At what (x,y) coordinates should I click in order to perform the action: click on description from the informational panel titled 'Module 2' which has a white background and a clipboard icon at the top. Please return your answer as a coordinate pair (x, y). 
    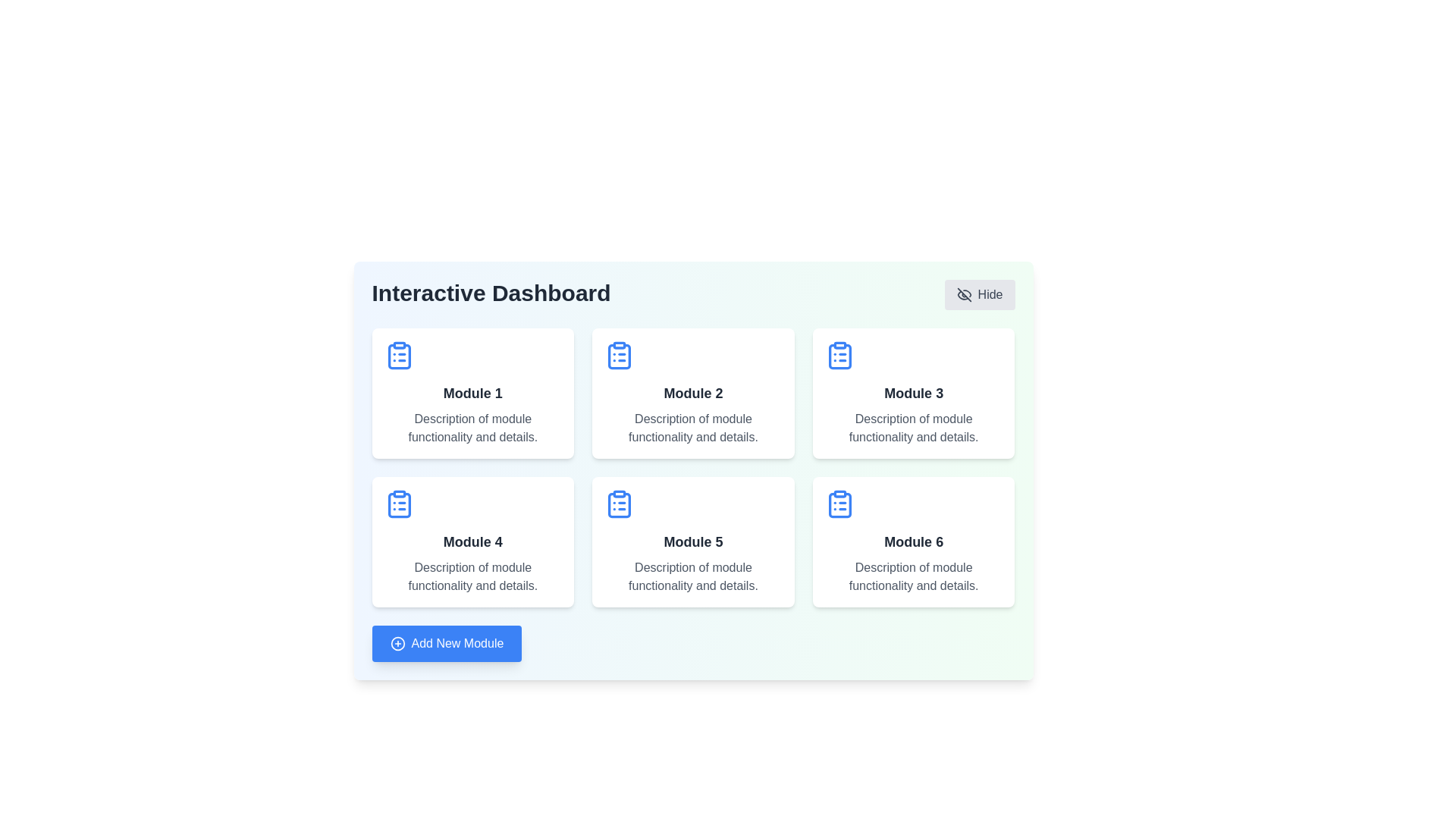
    Looking at the image, I should click on (692, 393).